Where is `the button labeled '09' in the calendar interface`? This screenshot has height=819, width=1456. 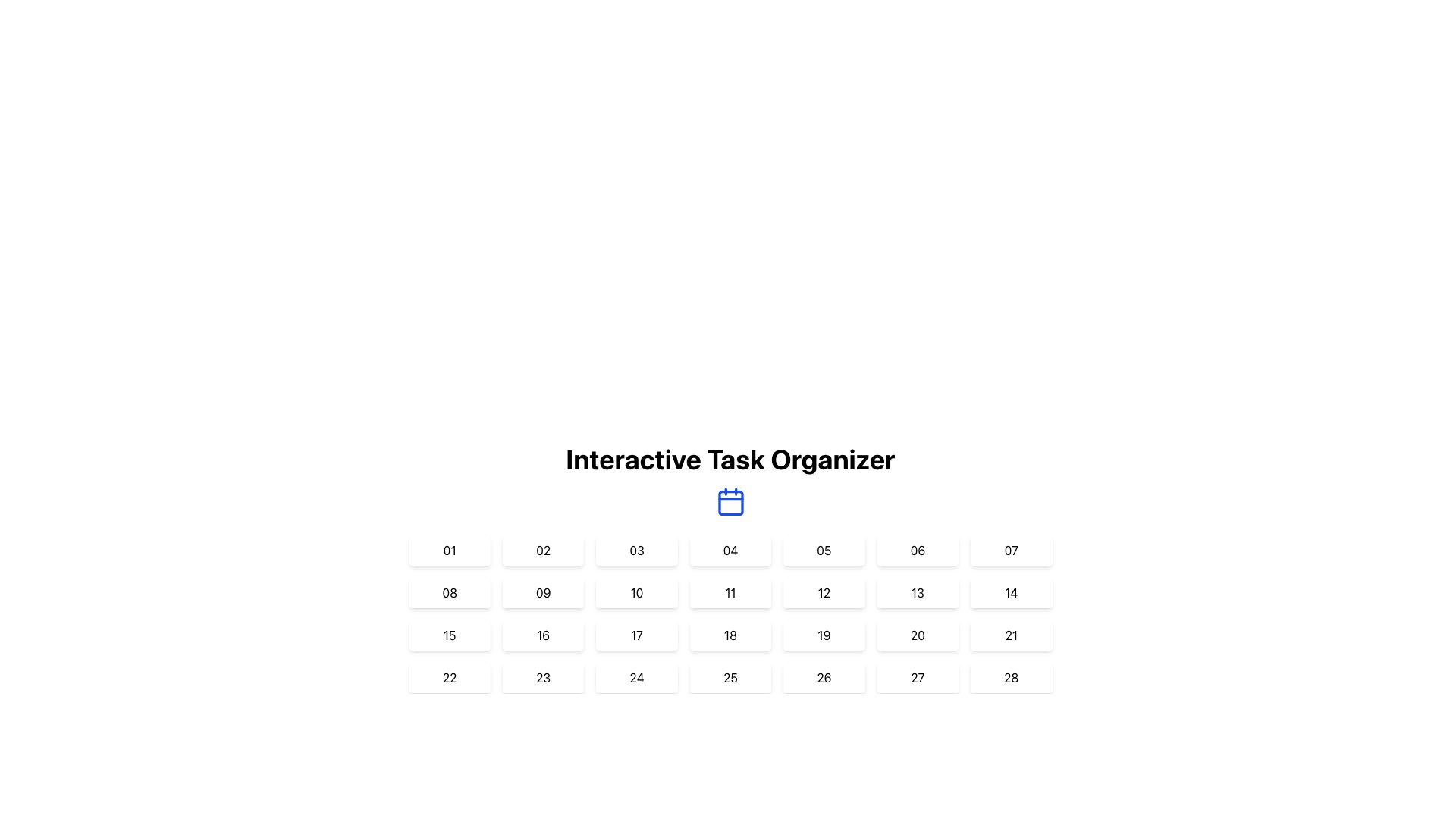
the button labeled '09' in the calendar interface is located at coordinates (543, 592).